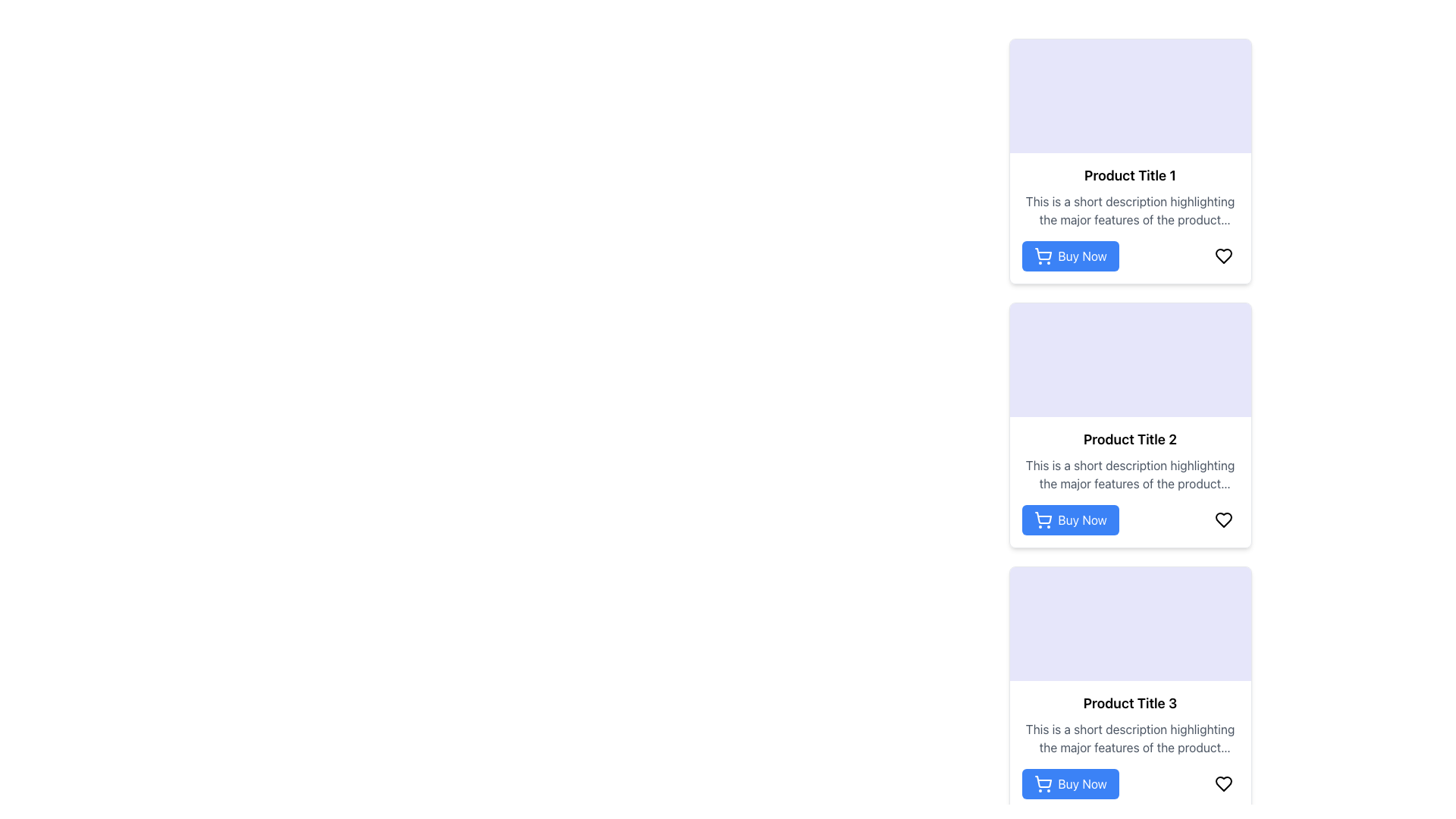 The height and width of the screenshot is (819, 1456). What do you see at coordinates (1130, 210) in the screenshot?
I see `the Text Label that provides a short description under 'Product Title 1', which contains the text 'This is a short description highlighting the major features of the product shown above.'` at bounding box center [1130, 210].